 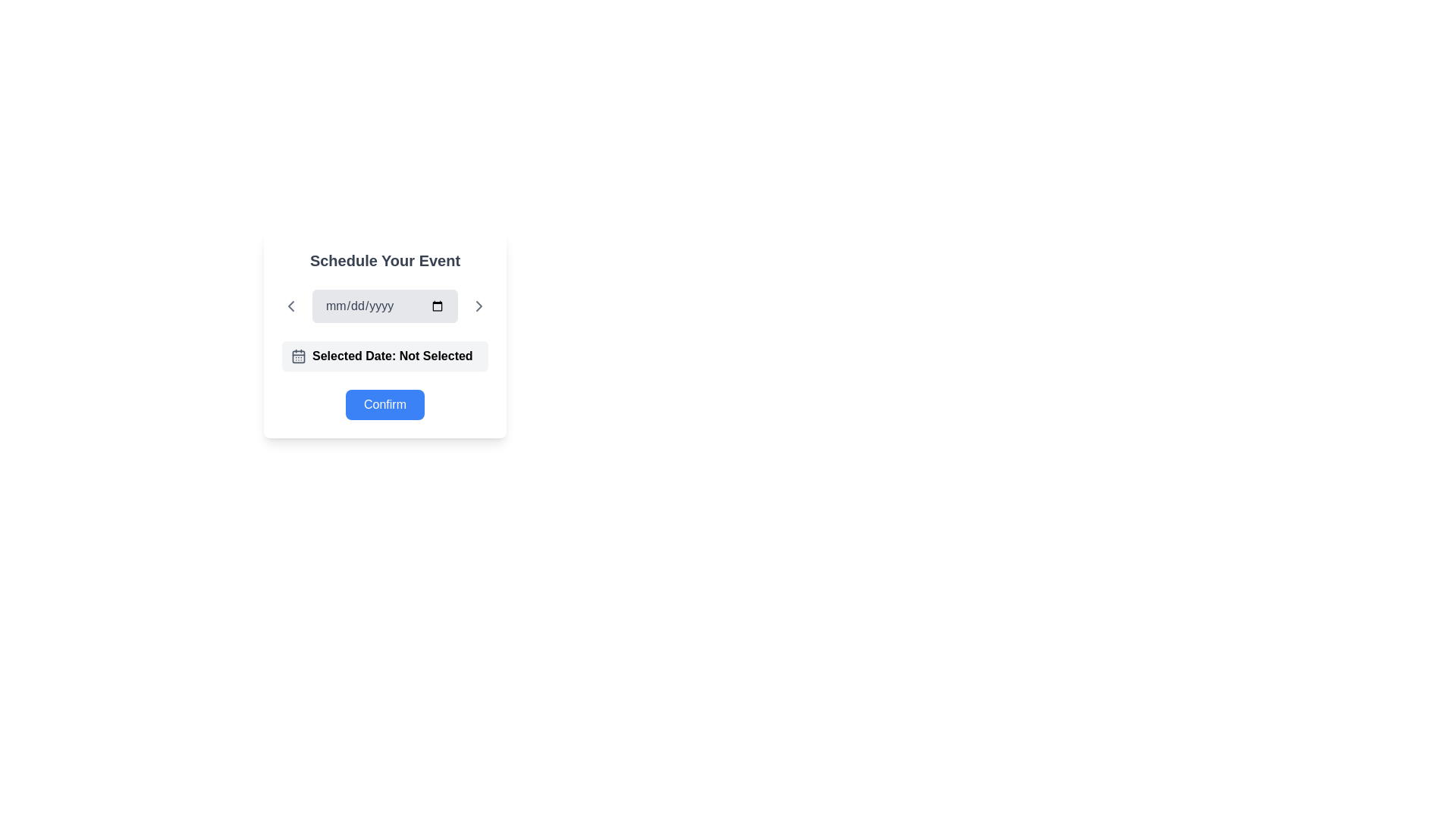 What do you see at coordinates (298, 356) in the screenshot?
I see `the calendar icon located to the left of the text 'Selected Date: Not Selected'` at bounding box center [298, 356].